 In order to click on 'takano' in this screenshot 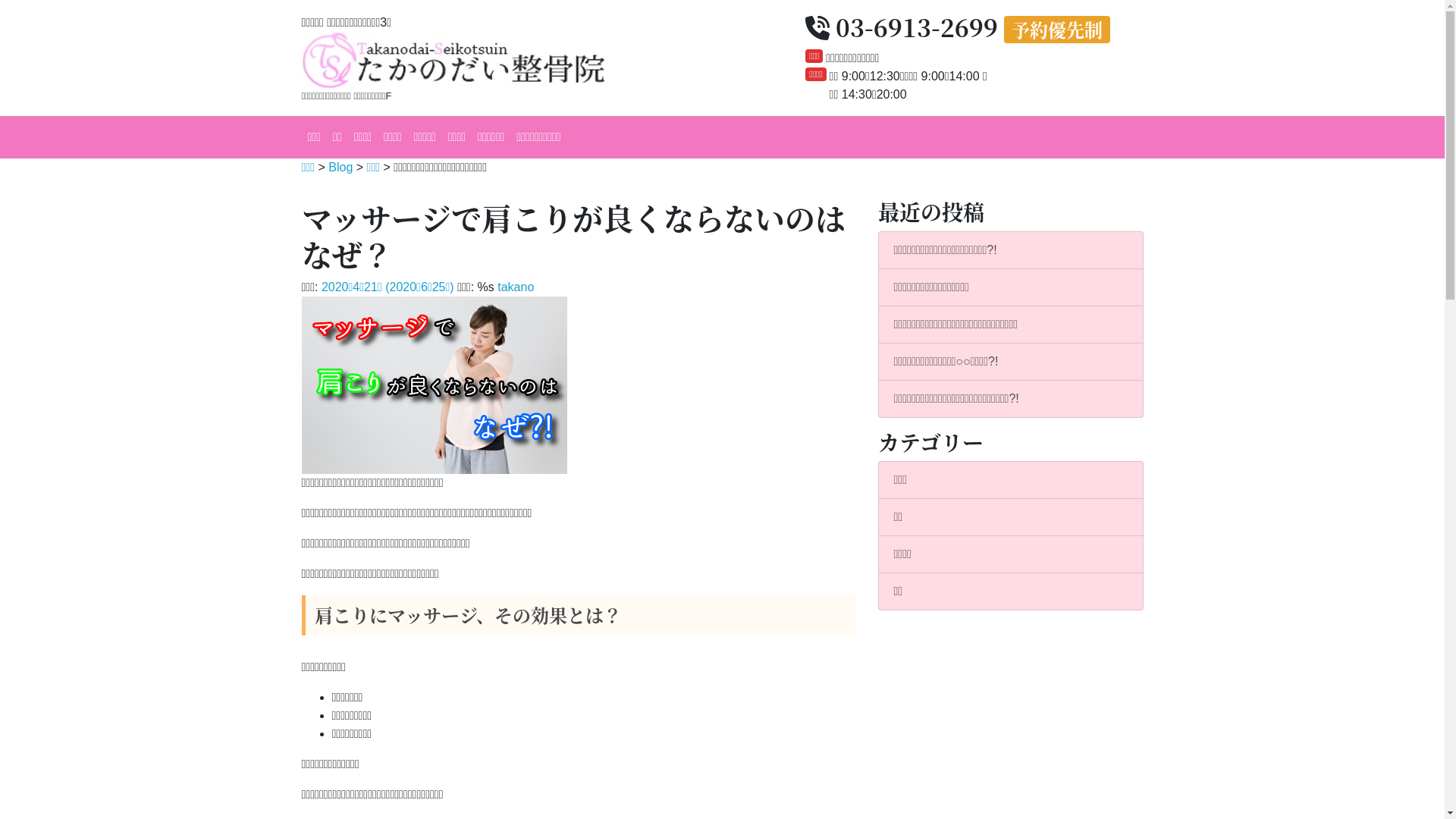, I will do `click(497, 287)`.